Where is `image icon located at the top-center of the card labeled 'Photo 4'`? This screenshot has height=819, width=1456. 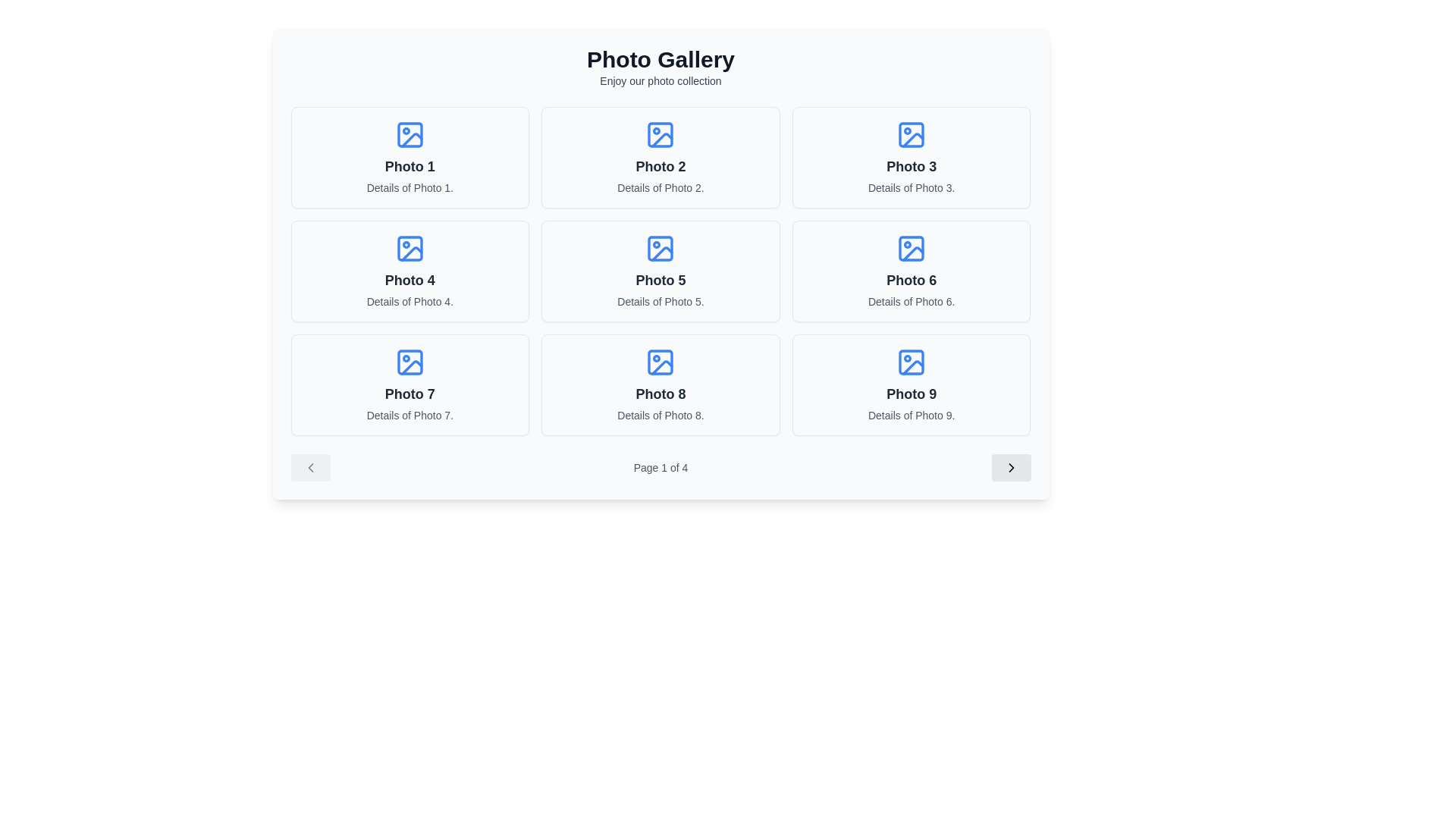
image icon located at the top-center of the card labeled 'Photo 4' is located at coordinates (409, 247).